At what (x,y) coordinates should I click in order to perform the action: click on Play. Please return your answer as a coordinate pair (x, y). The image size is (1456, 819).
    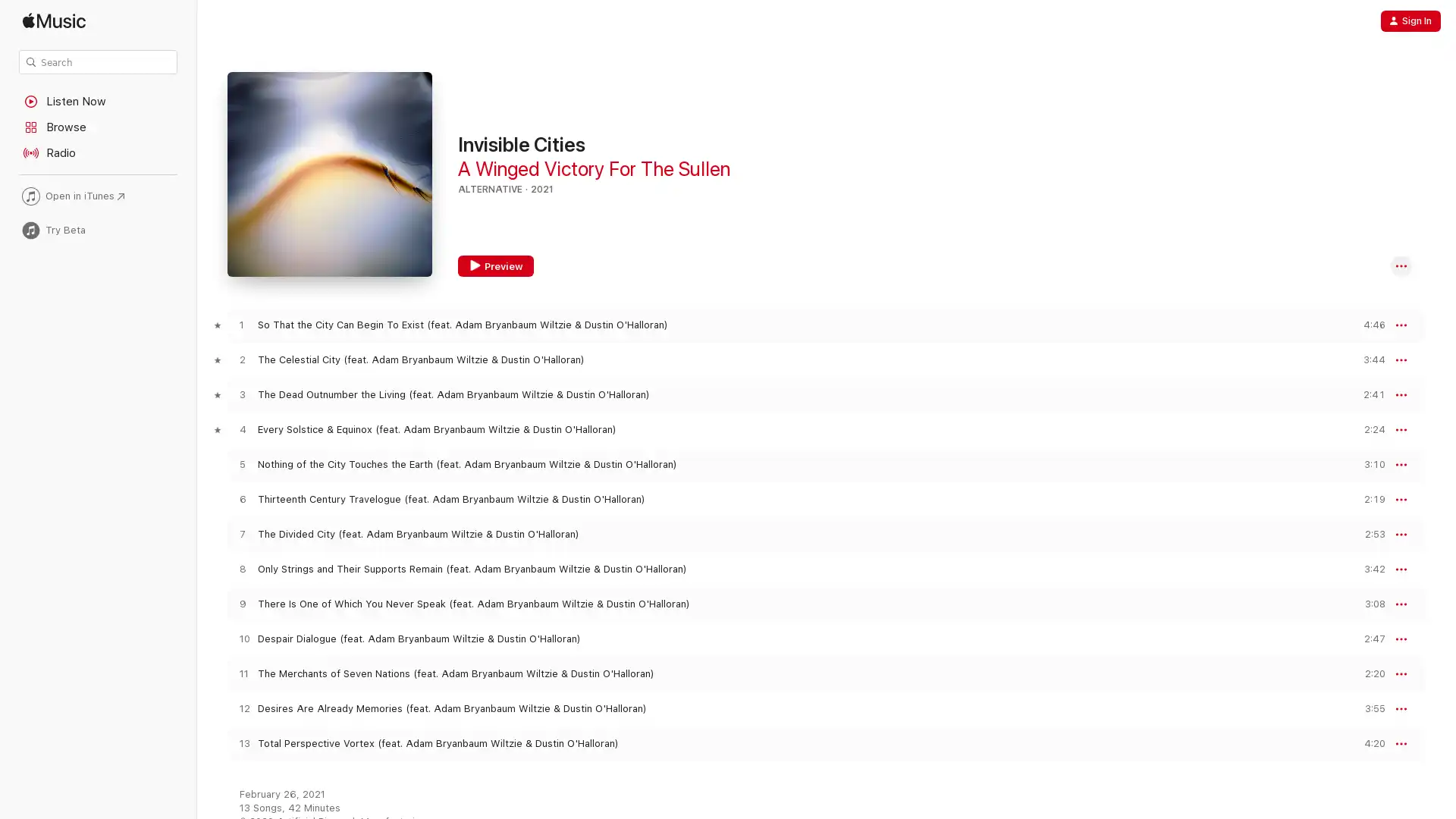
    Looking at the image, I should click on (241, 359).